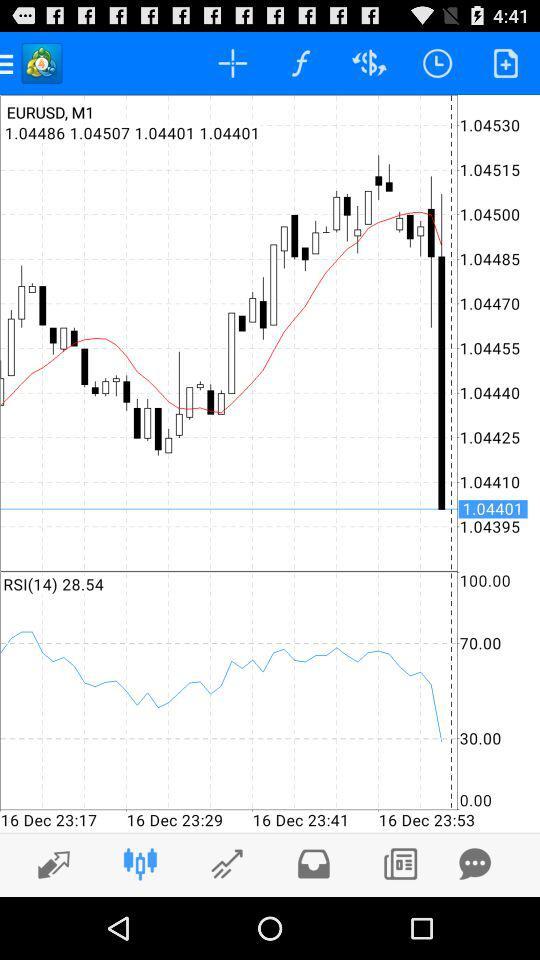 This screenshot has height=960, width=540. Describe the element at coordinates (400, 863) in the screenshot. I see `the right bottom button` at that location.